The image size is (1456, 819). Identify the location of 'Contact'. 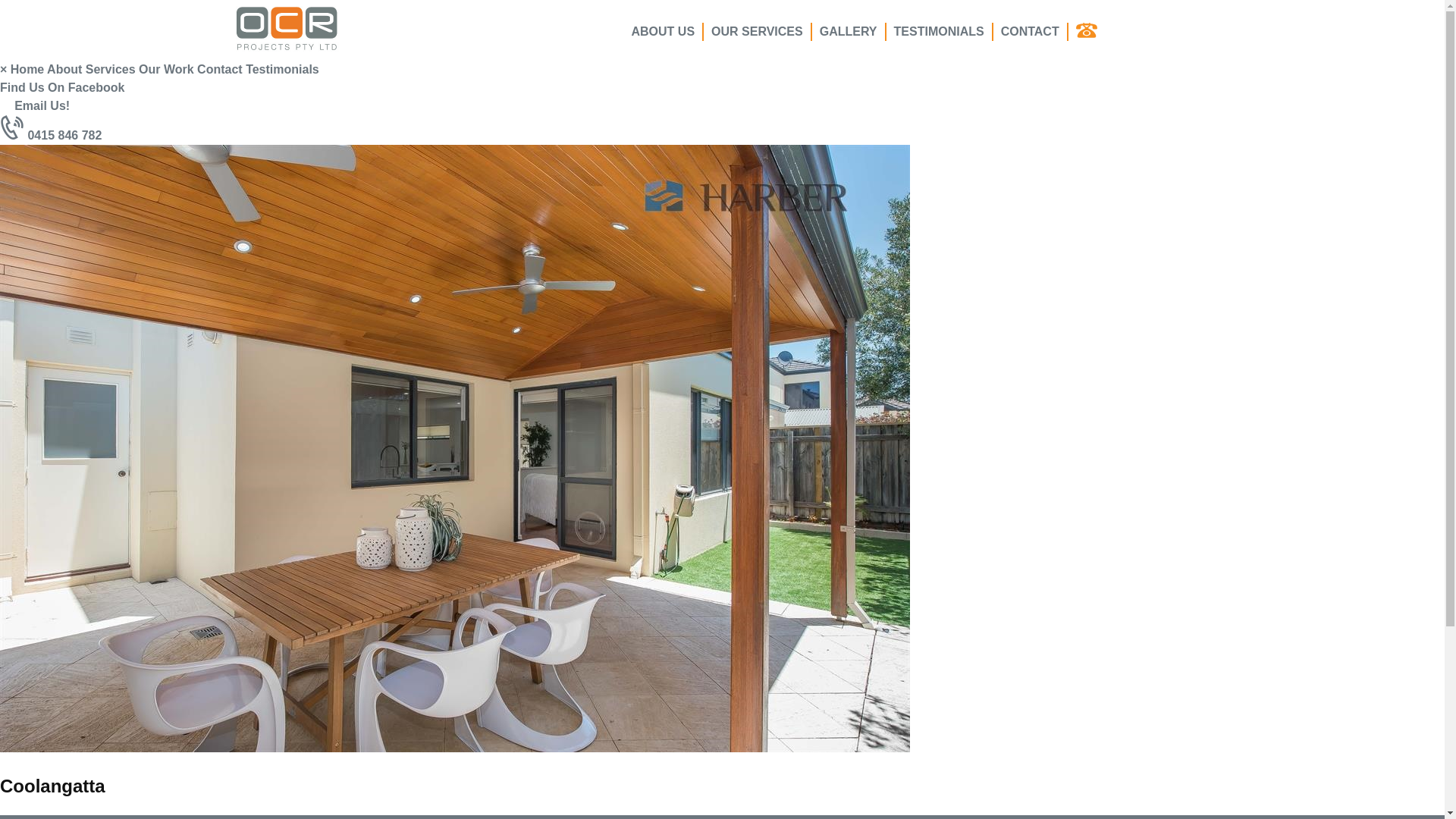
(218, 69).